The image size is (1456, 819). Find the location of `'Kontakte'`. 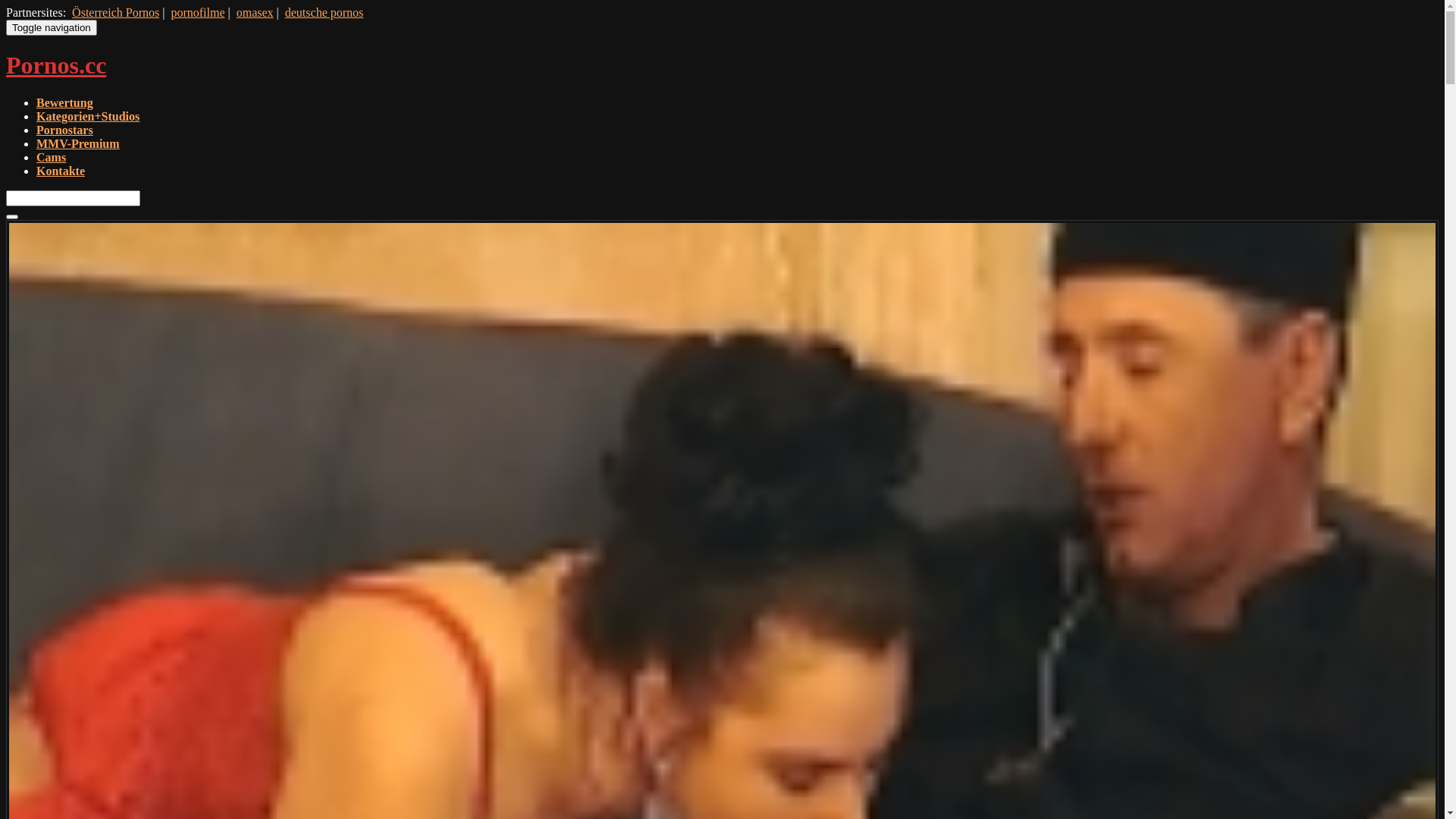

'Kontakte' is located at coordinates (61, 171).